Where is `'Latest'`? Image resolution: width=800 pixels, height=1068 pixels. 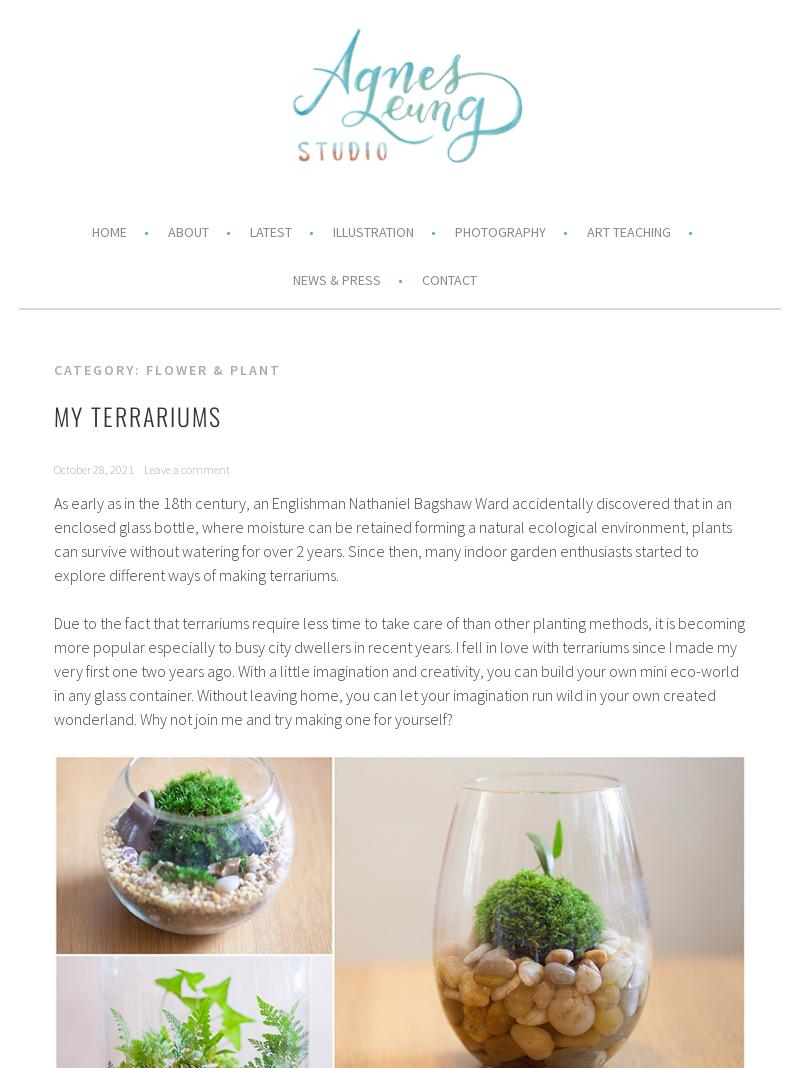 'Latest' is located at coordinates (248, 231).